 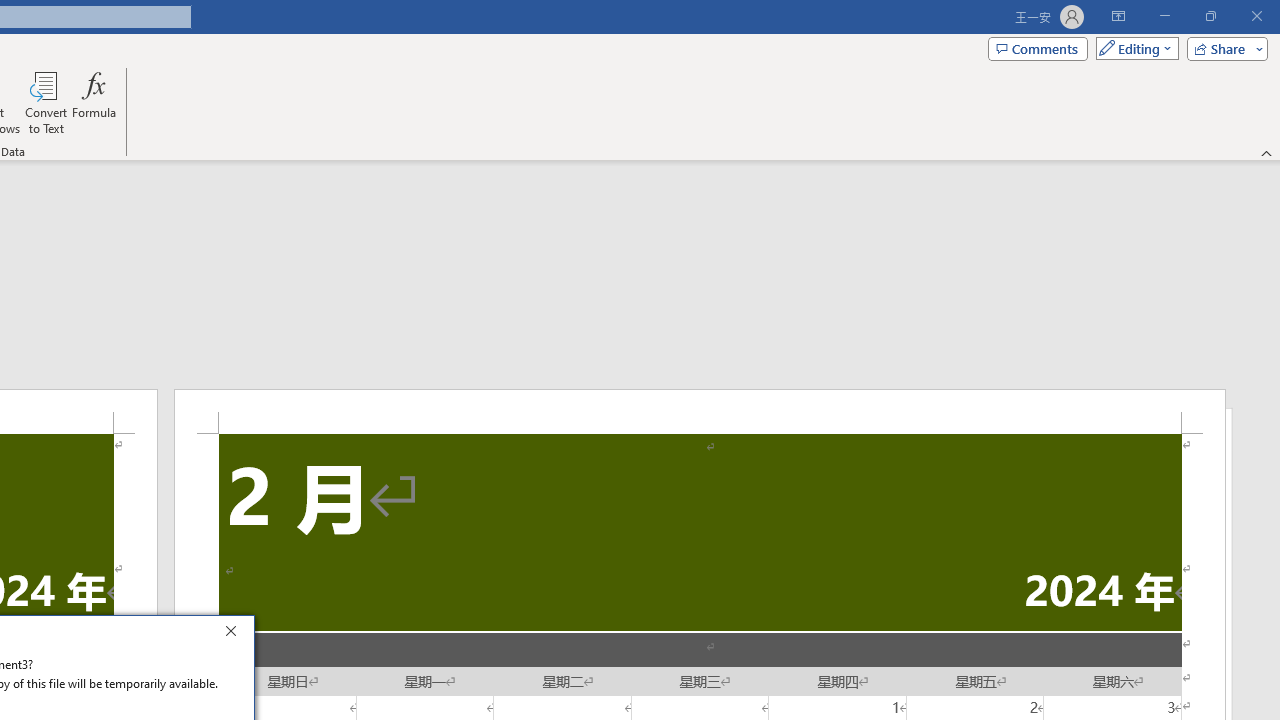 What do you see at coordinates (700, 410) in the screenshot?
I see `'Header -Section 2-'` at bounding box center [700, 410].